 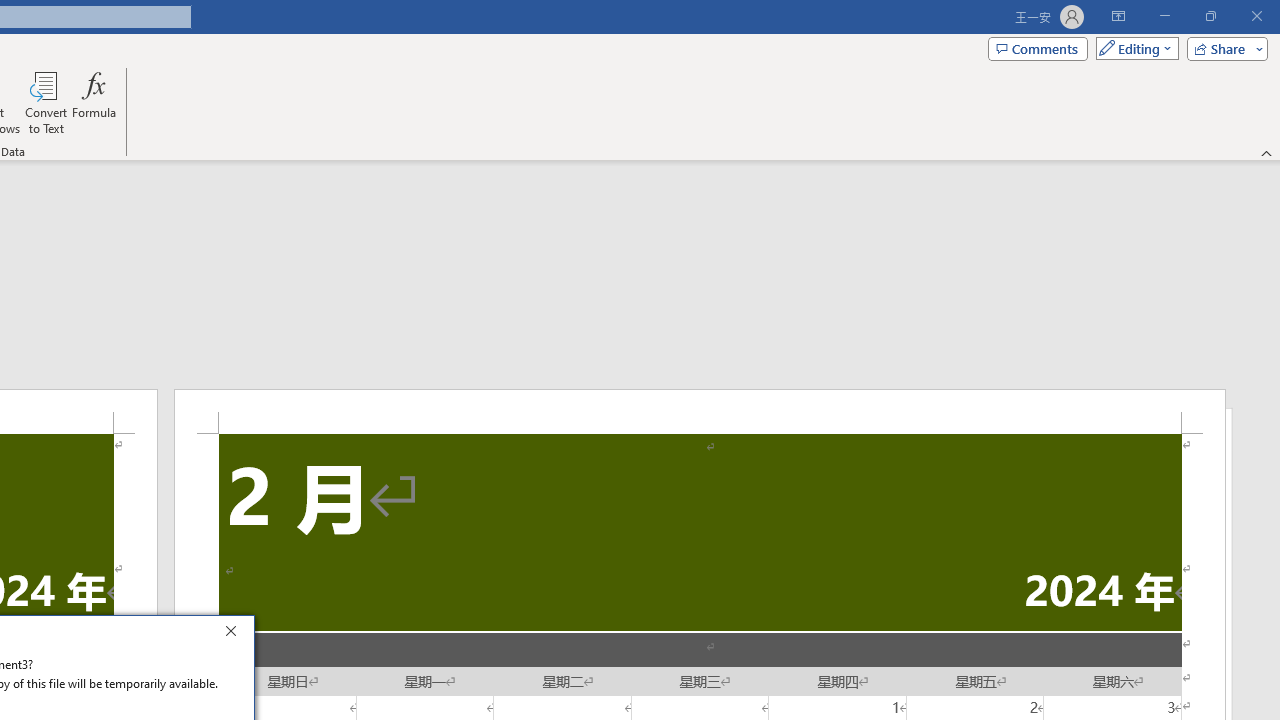 What do you see at coordinates (700, 410) in the screenshot?
I see `'Header -Section 2-'` at bounding box center [700, 410].